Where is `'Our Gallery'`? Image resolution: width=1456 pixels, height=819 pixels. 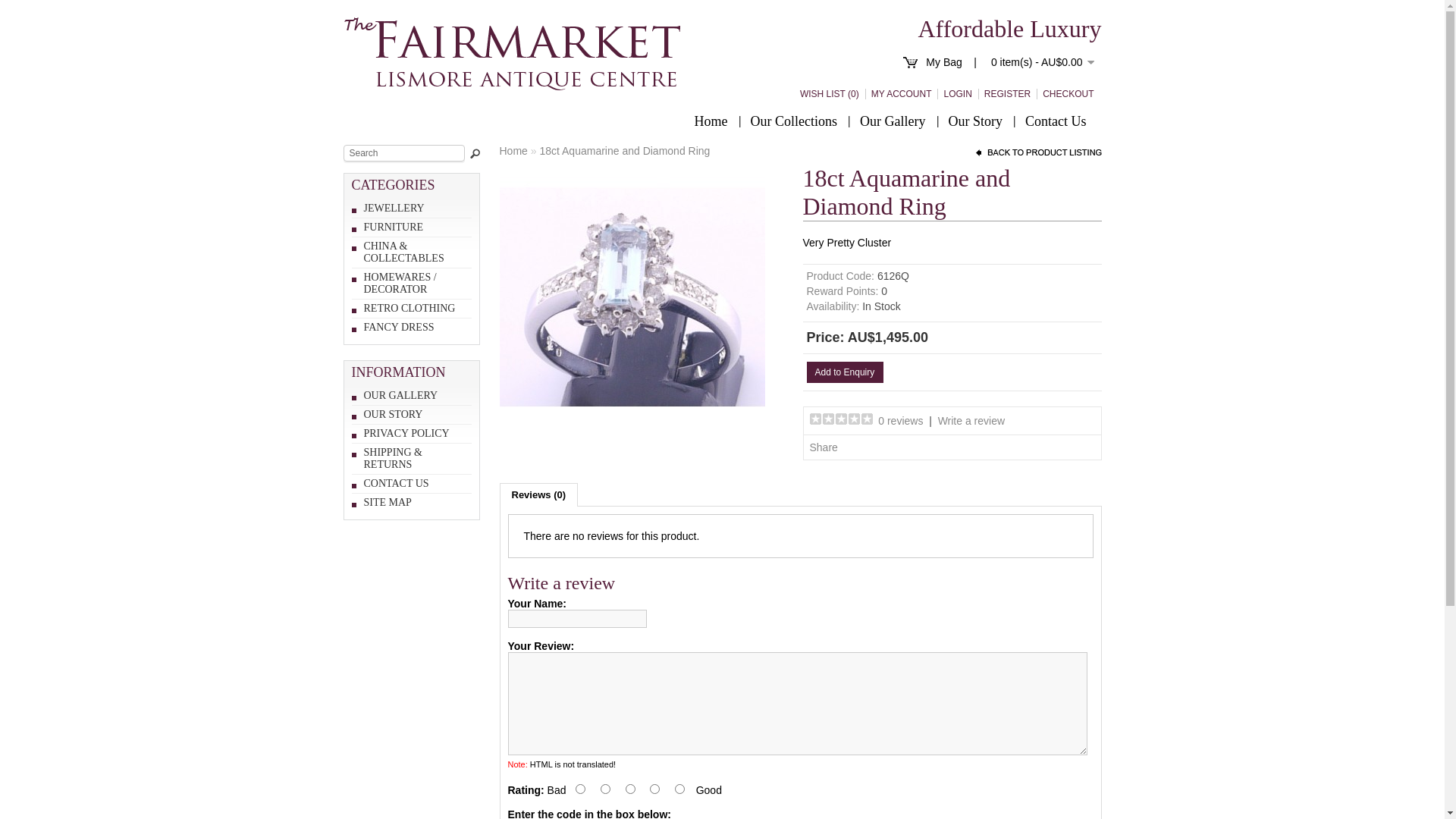 'Our Gallery' is located at coordinates (892, 120).